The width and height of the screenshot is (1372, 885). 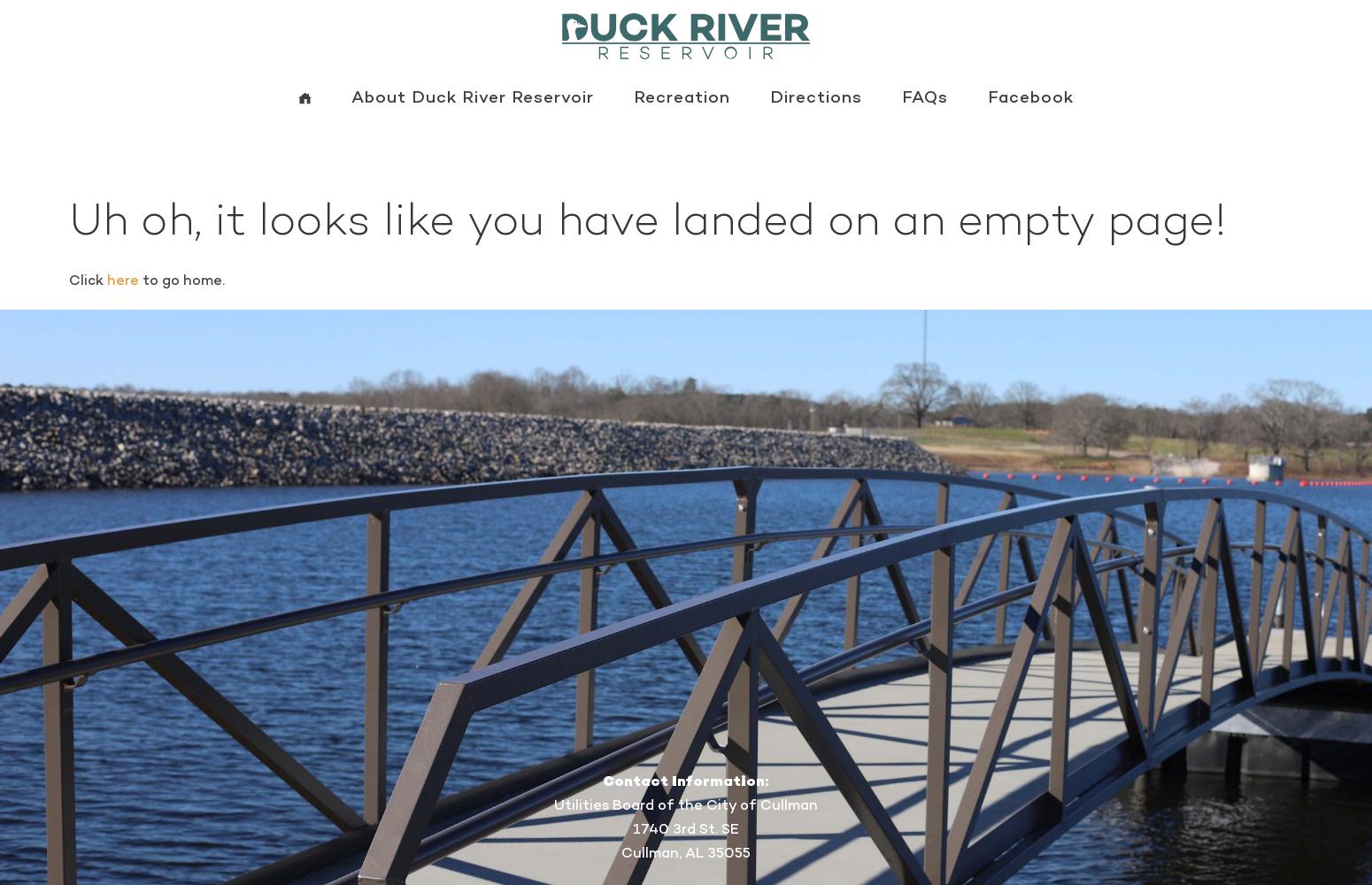 What do you see at coordinates (121, 279) in the screenshot?
I see `'here'` at bounding box center [121, 279].